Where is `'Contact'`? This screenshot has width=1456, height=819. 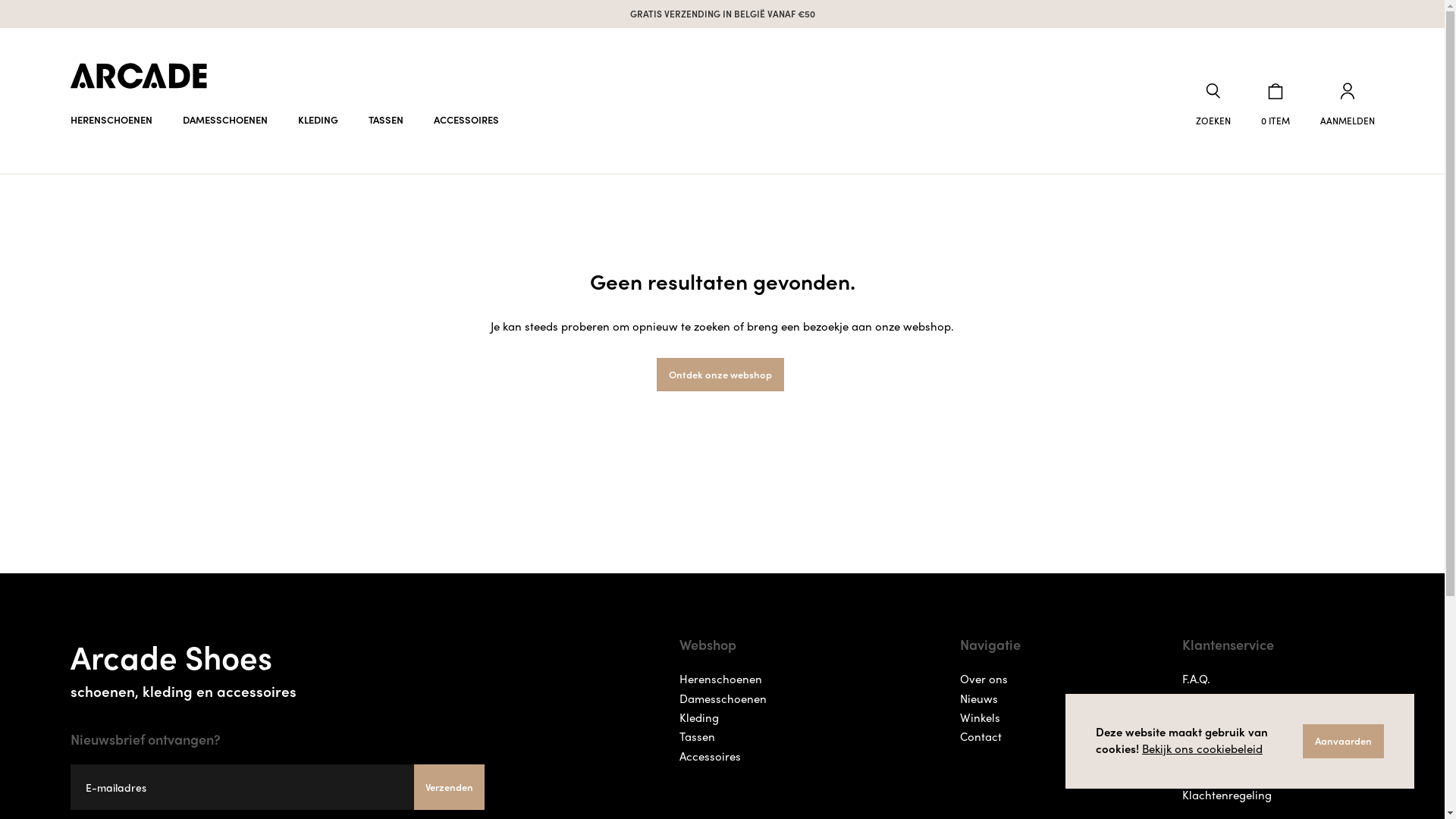
'Contact' is located at coordinates (981, 736).